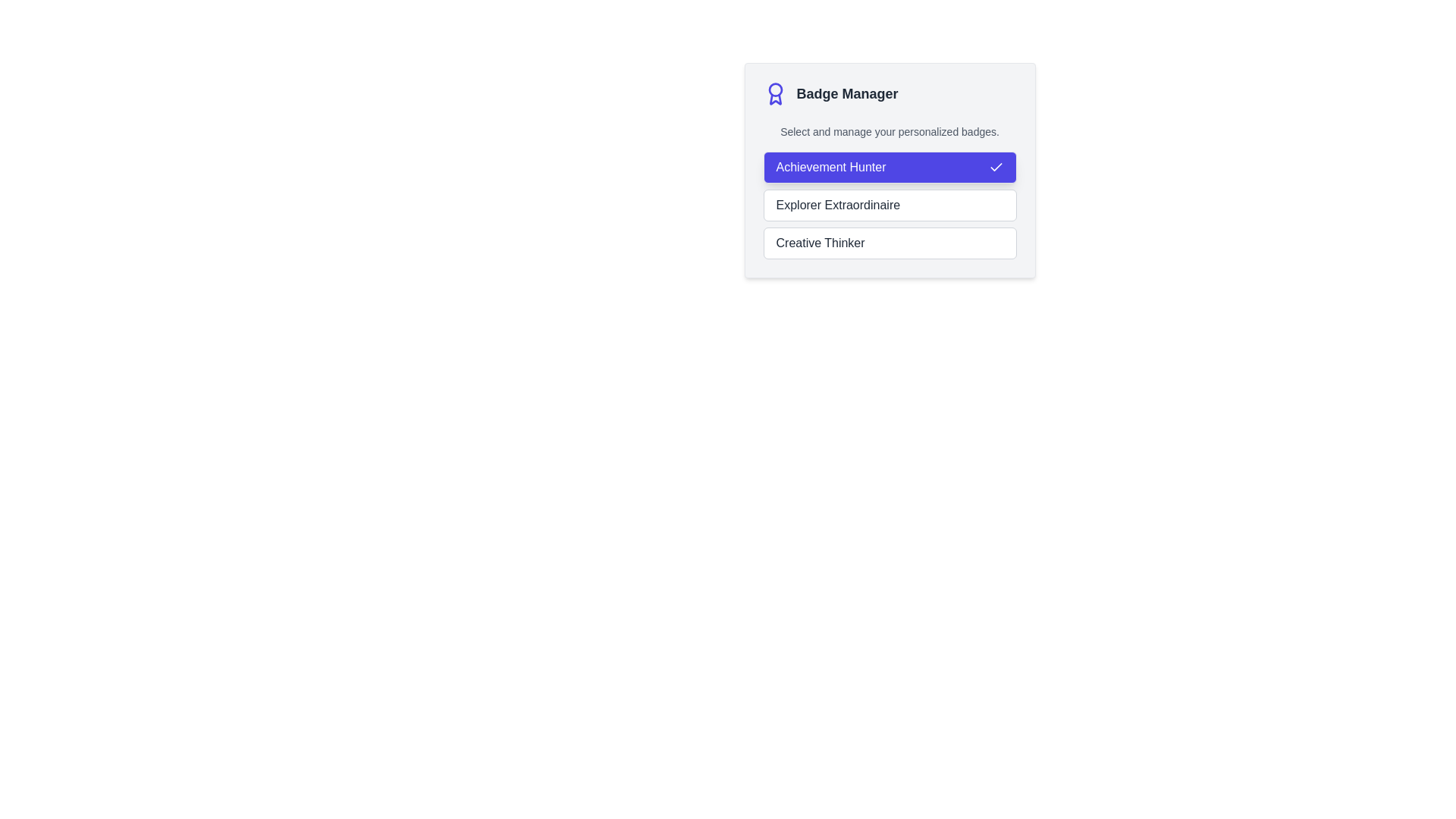  What do you see at coordinates (775, 99) in the screenshot?
I see `the leaf-like decorative icon in the SVG badge located to the left of the 'Badge Manager' heading` at bounding box center [775, 99].